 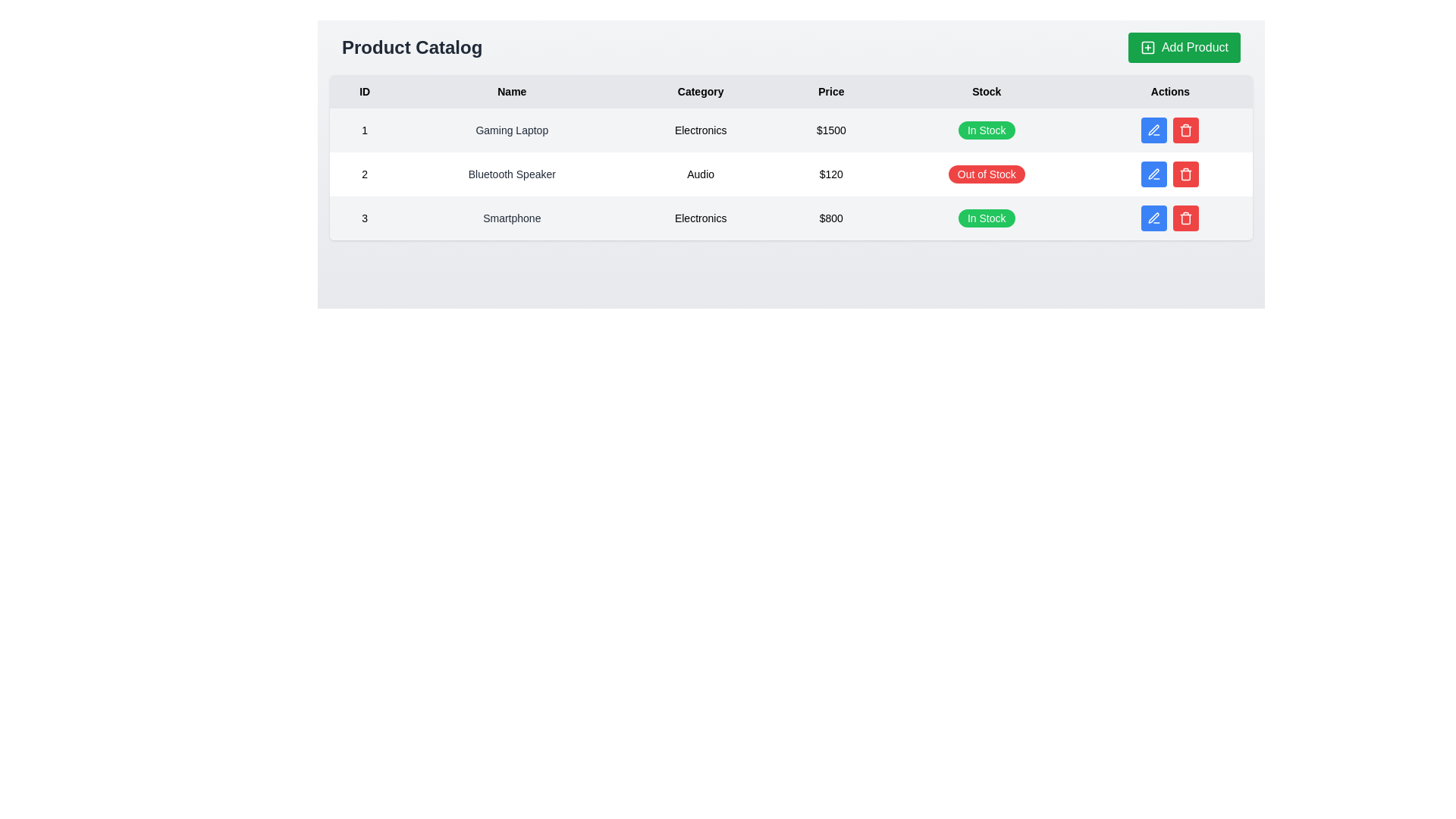 What do you see at coordinates (1153, 218) in the screenshot?
I see `the pen icon located in the third row of the 'Actions' column of the product table` at bounding box center [1153, 218].